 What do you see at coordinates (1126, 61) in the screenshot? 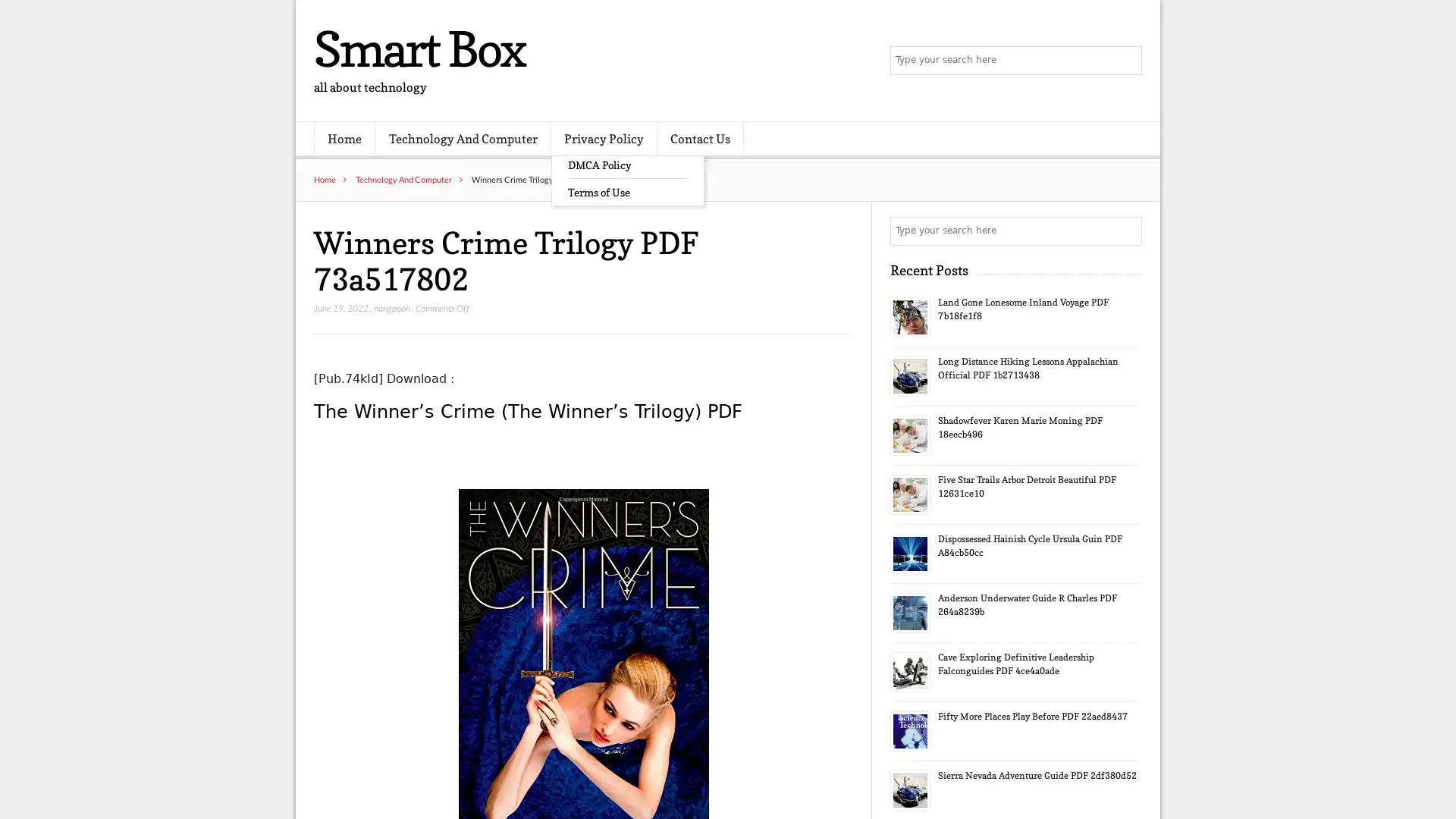
I see `Search` at bounding box center [1126, 61].